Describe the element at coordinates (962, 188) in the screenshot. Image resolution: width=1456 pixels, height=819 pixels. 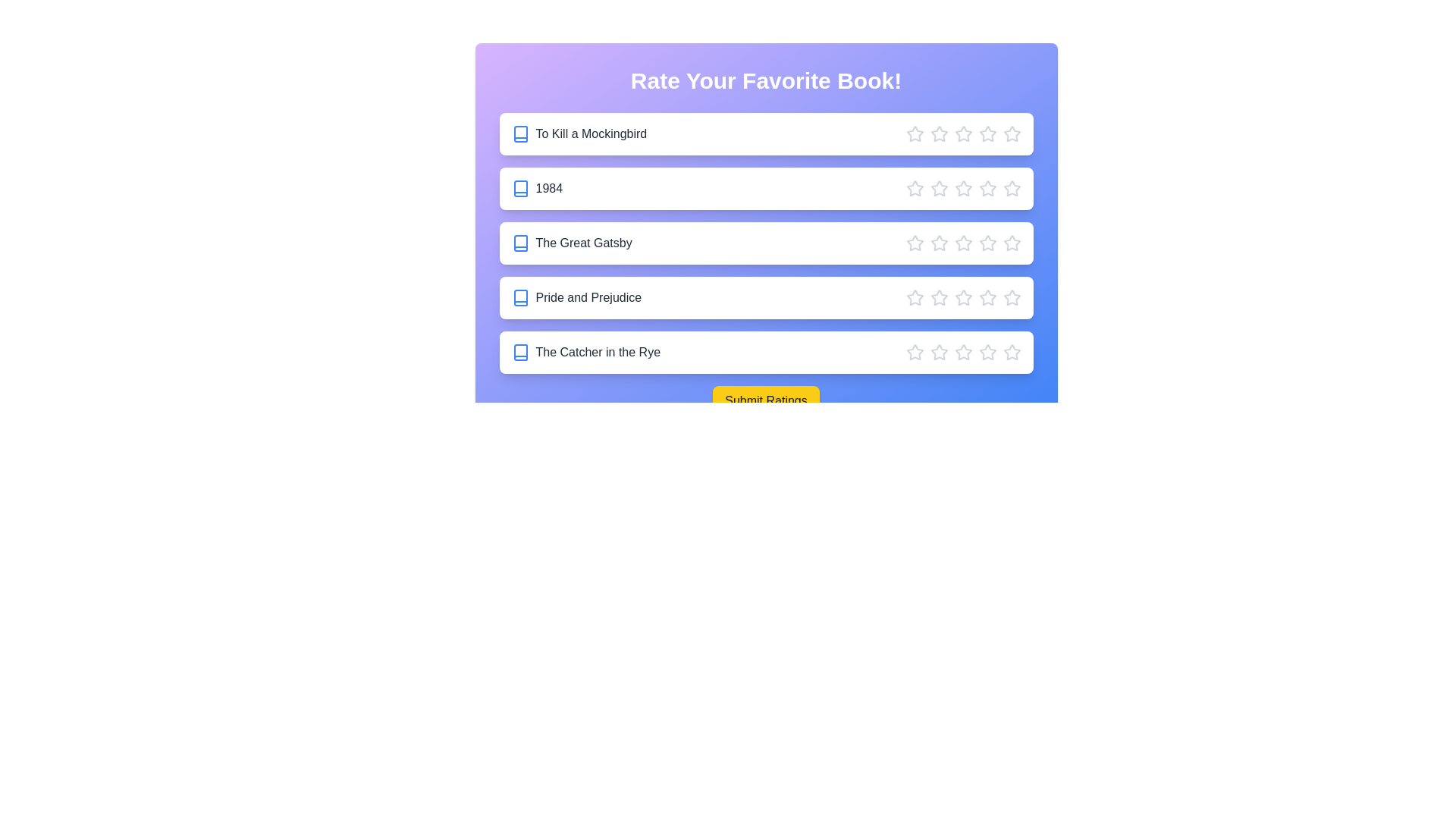
I see `the star corresponding to 3 stars for the book '1984'` at that location.